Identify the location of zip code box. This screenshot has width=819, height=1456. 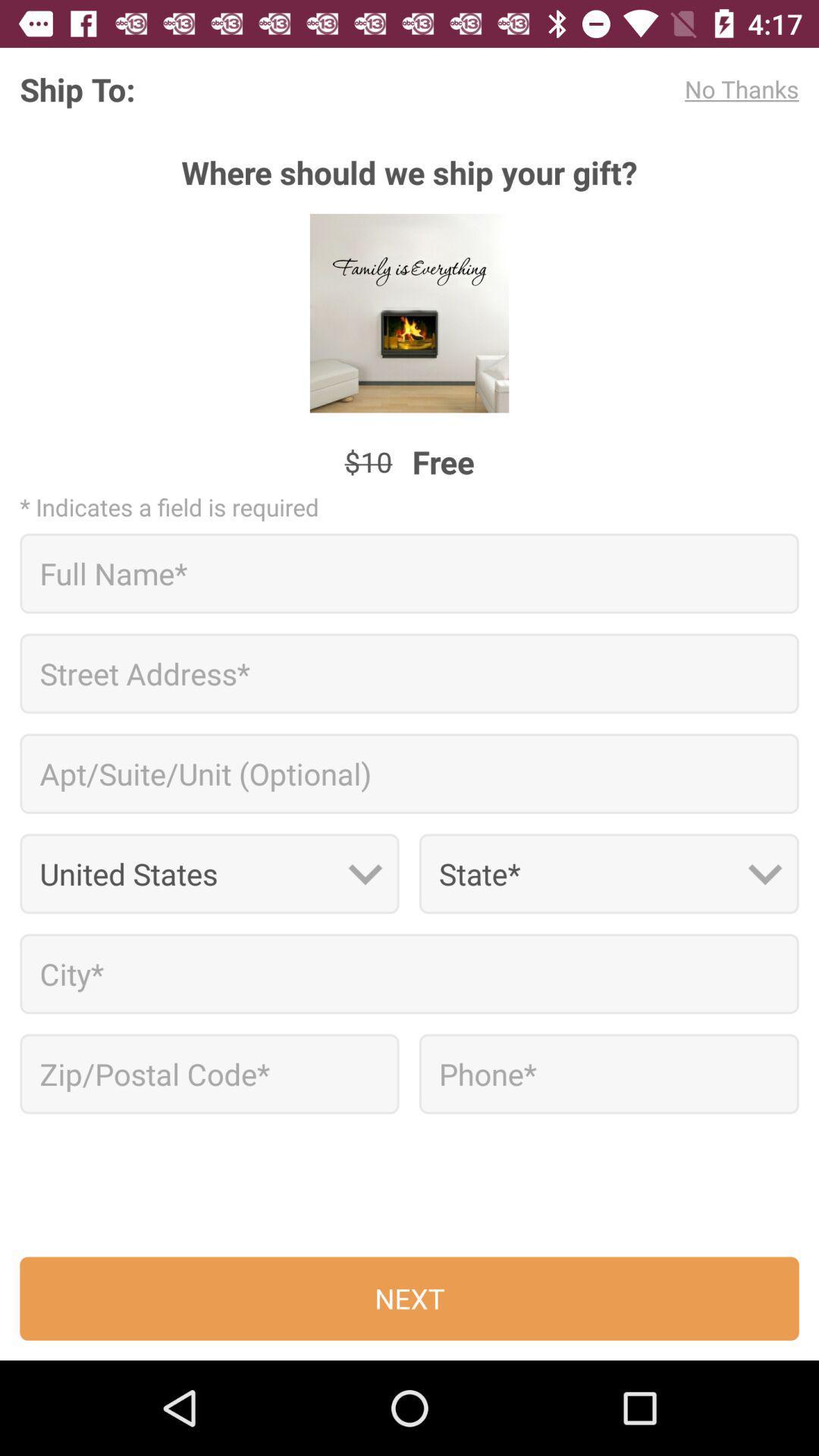
(209, 1073).